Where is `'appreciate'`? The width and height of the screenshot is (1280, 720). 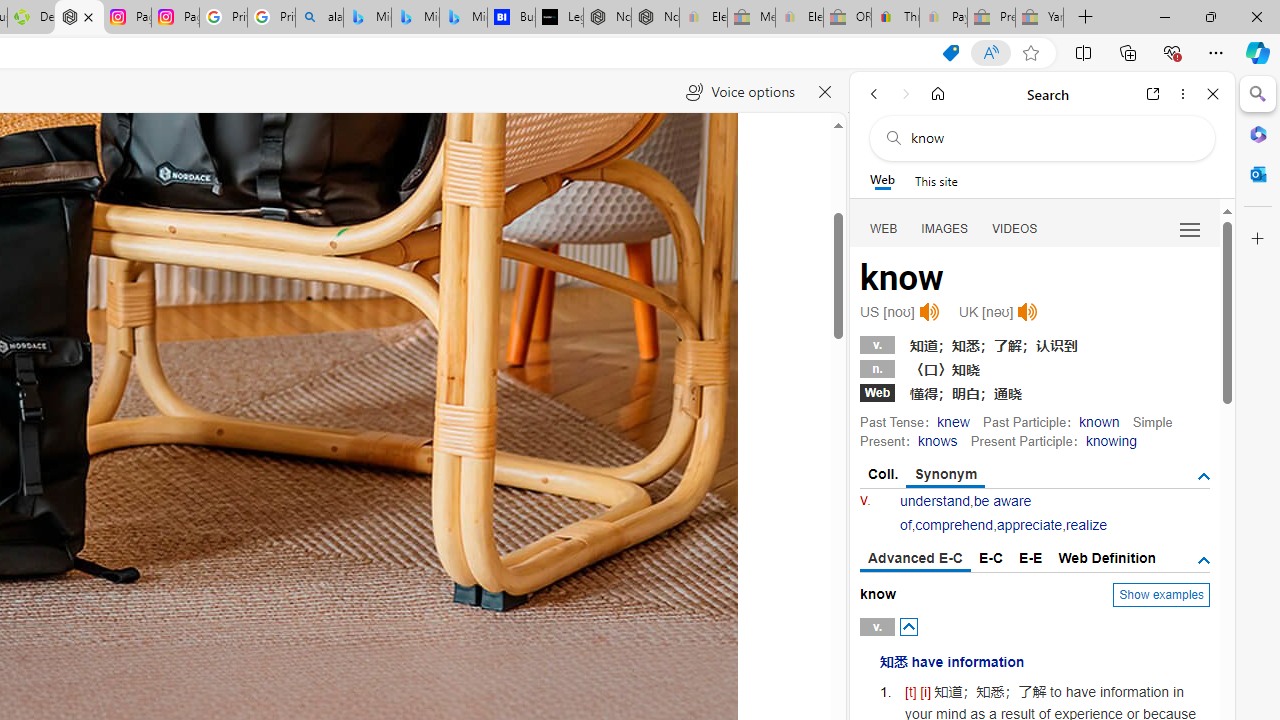 'appreciate' is located at coordinates (1029, 524).